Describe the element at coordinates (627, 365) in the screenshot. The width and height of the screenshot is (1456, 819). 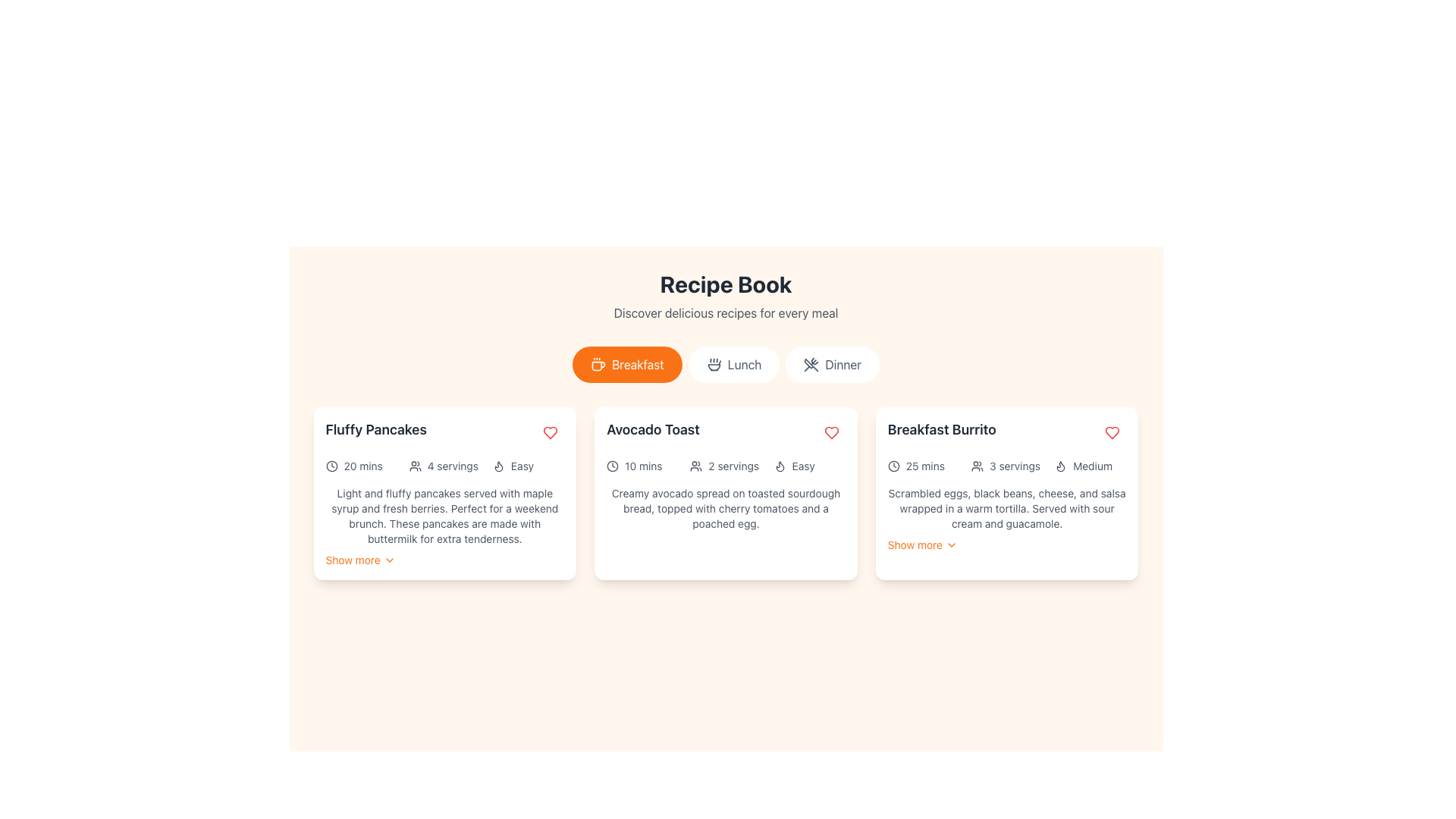
I see `the 'Breakfast' category selector button, which is the first button in a horizontal group located beneath the title 'Recipe Book'` at that location.